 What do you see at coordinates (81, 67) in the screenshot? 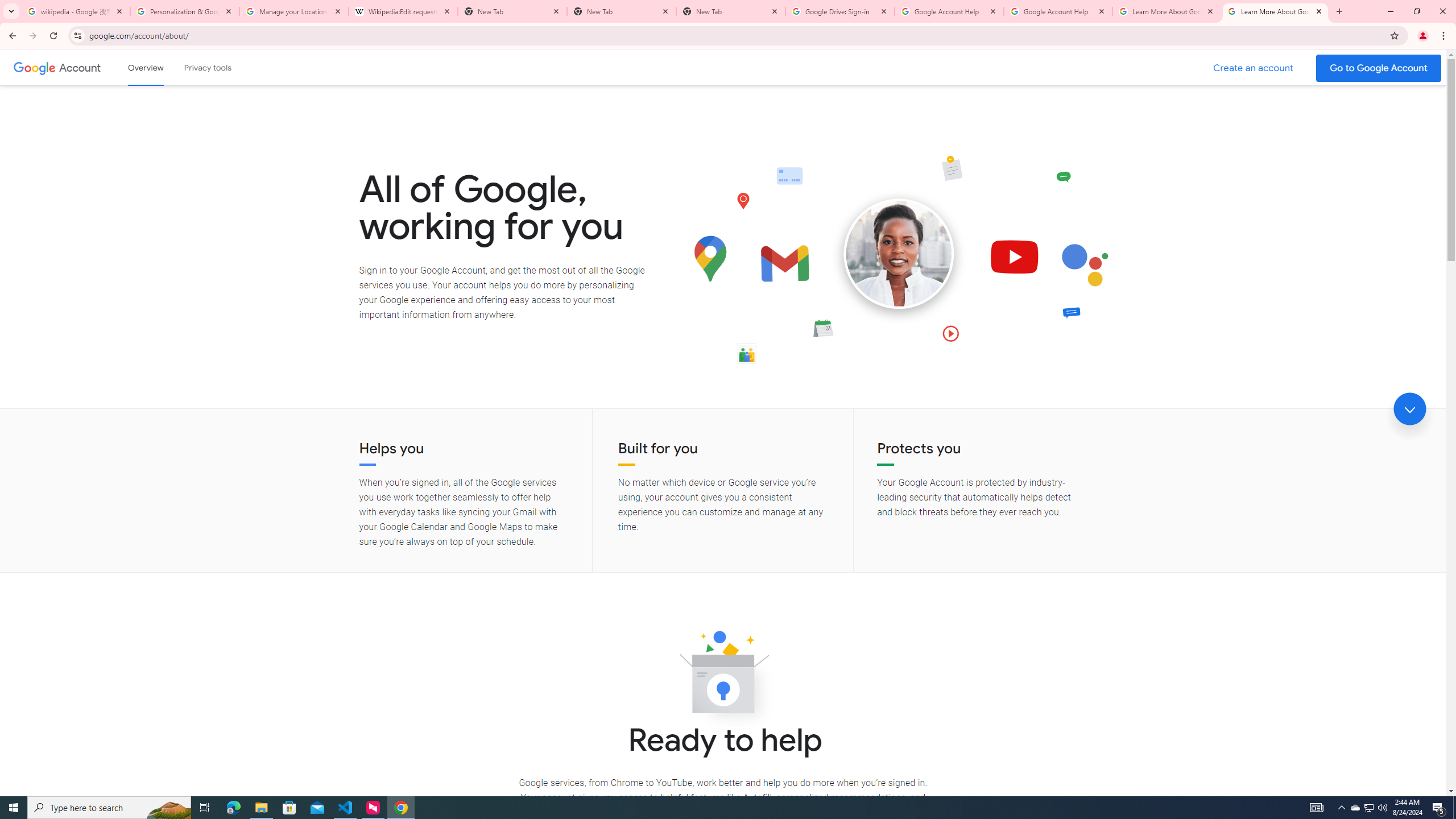
I see `'Google Account'` at bounding box center [81, 67].